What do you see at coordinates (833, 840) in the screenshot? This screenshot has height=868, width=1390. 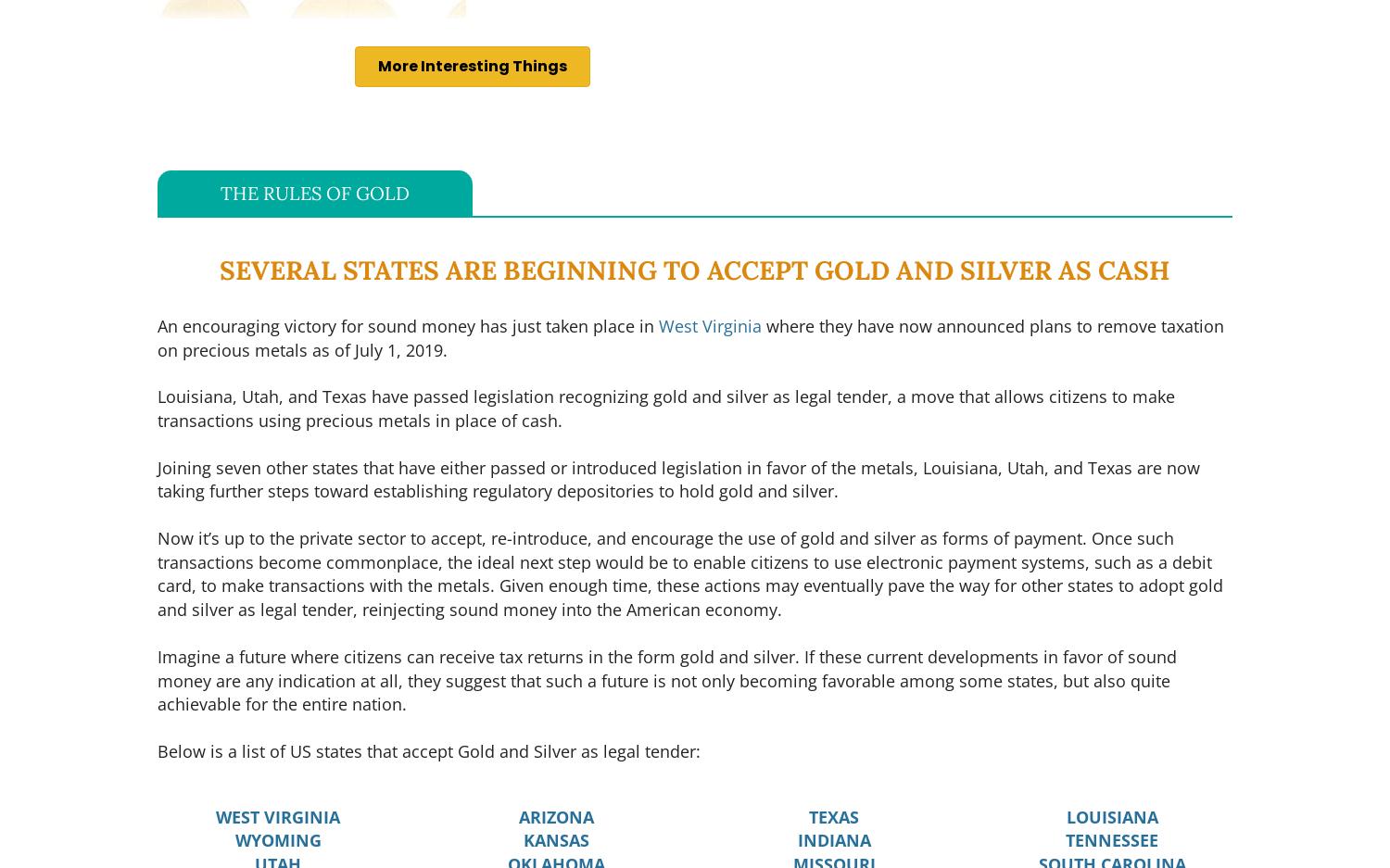 I see `'INDIANA'` at bounding box center [833, 840].